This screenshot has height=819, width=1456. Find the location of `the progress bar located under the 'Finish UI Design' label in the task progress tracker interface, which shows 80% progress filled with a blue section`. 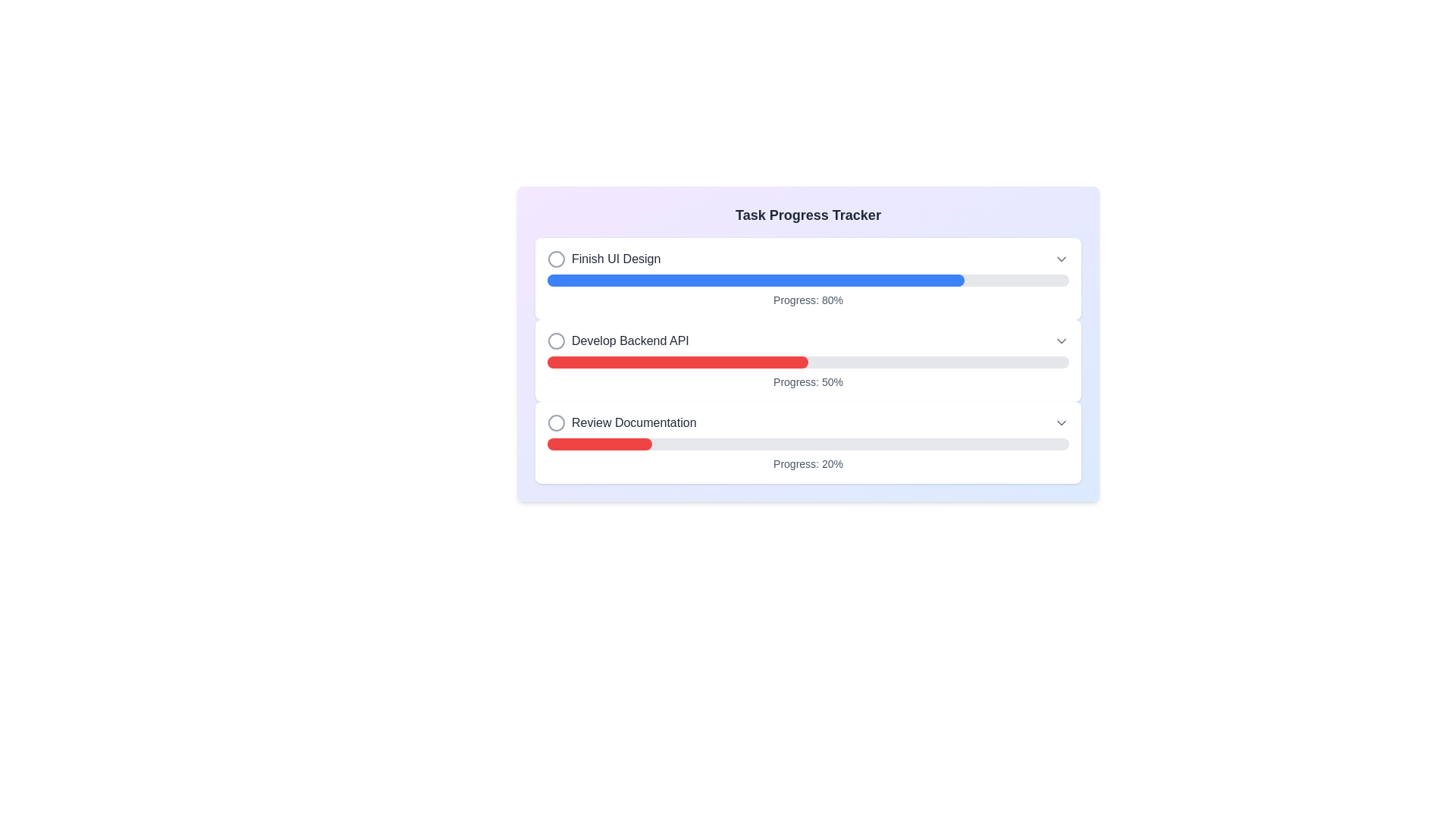

the progress bar located under the 'Finish UI Design' label in the task progress tracker interface, which shows 80% progress filled with a blue section is located at coordinates (807, 281).